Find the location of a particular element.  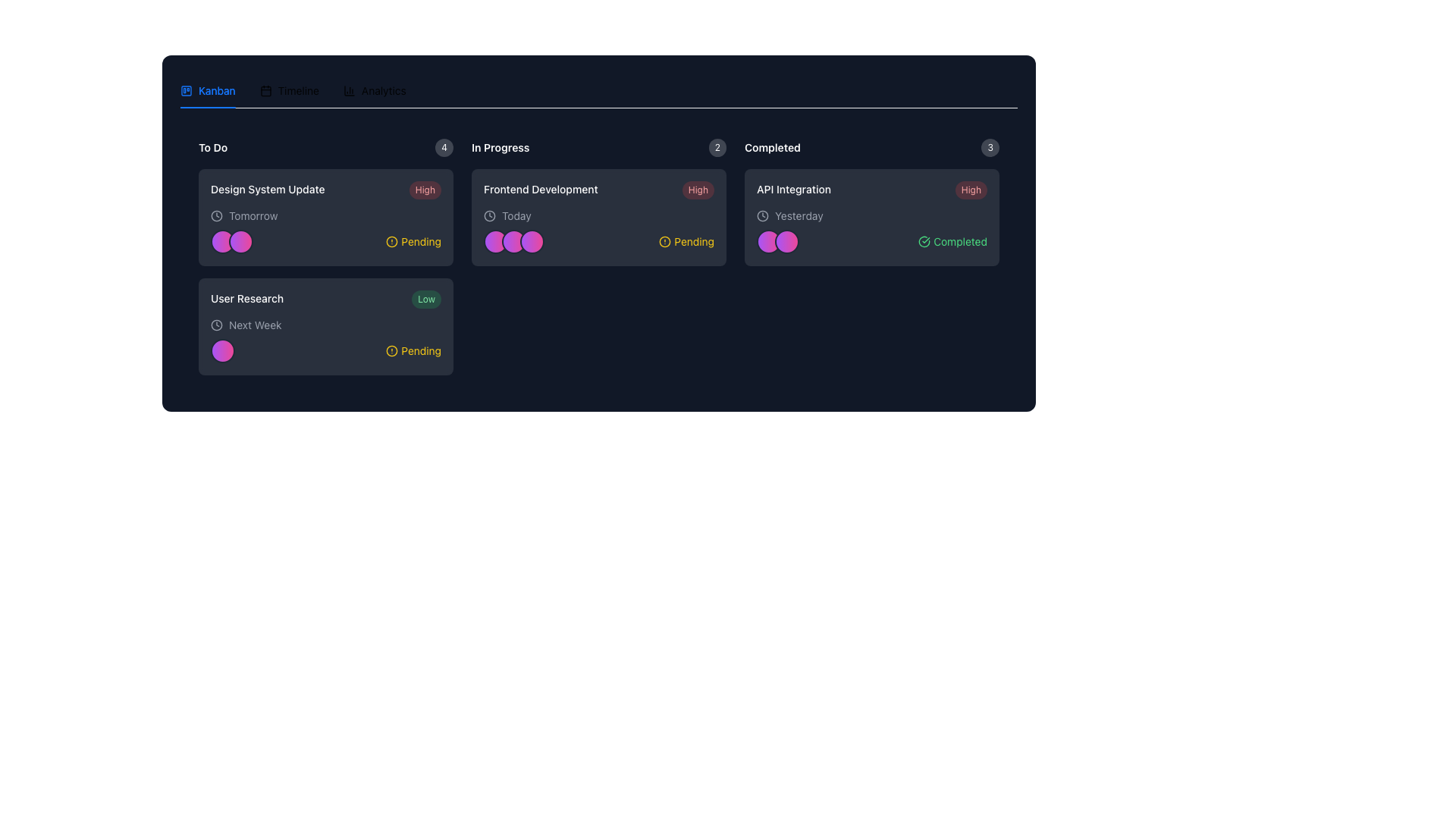

the 'Timeline' tab option, which is the second tab in the horizontal navigation bar is located at coordinates (289, 90).